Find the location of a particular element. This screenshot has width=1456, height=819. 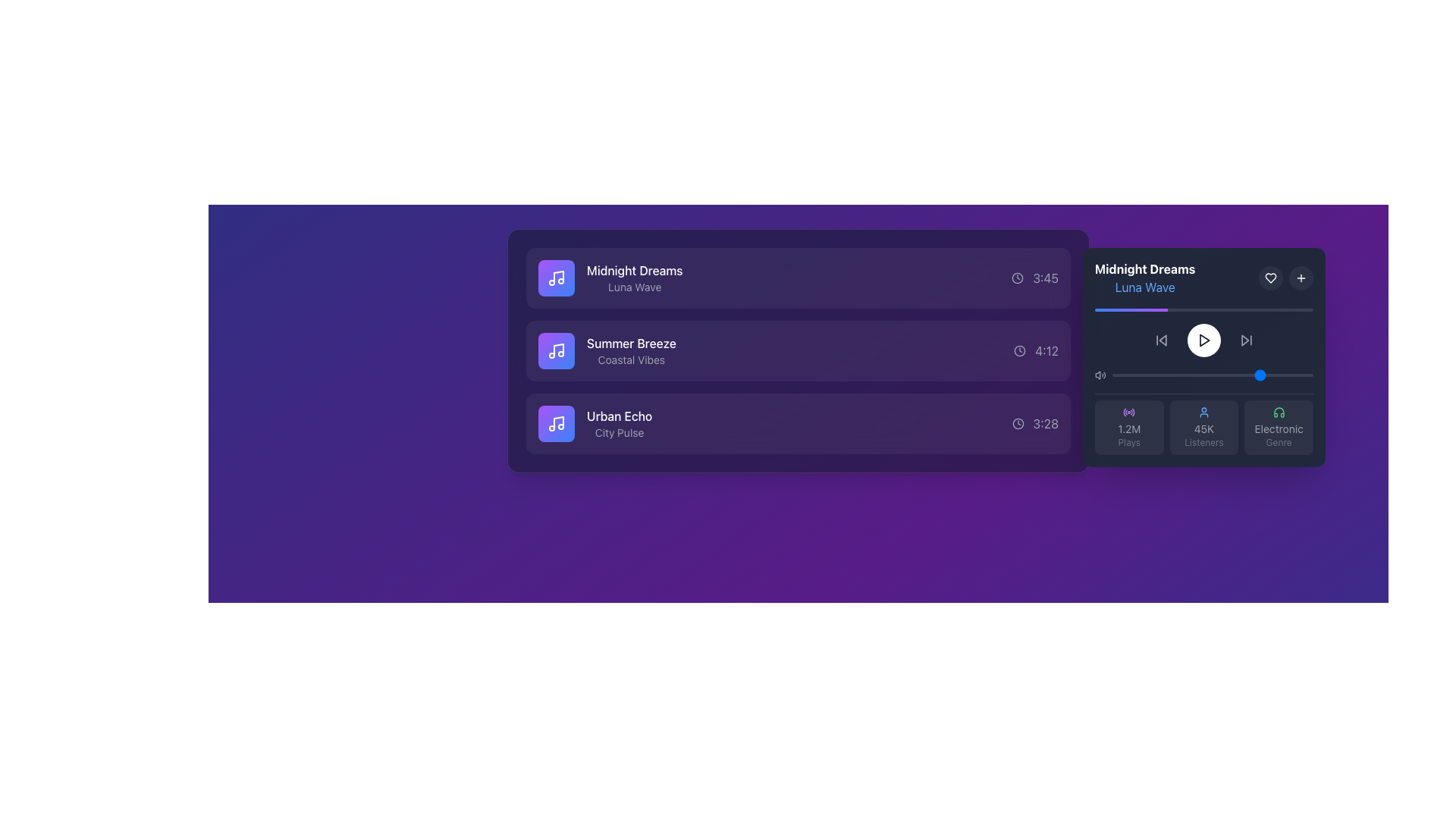

label displaying the title of the currently playing audio track in the media player interface, located above the text 'Luna Wave' is located at coordinates (1145, 268).